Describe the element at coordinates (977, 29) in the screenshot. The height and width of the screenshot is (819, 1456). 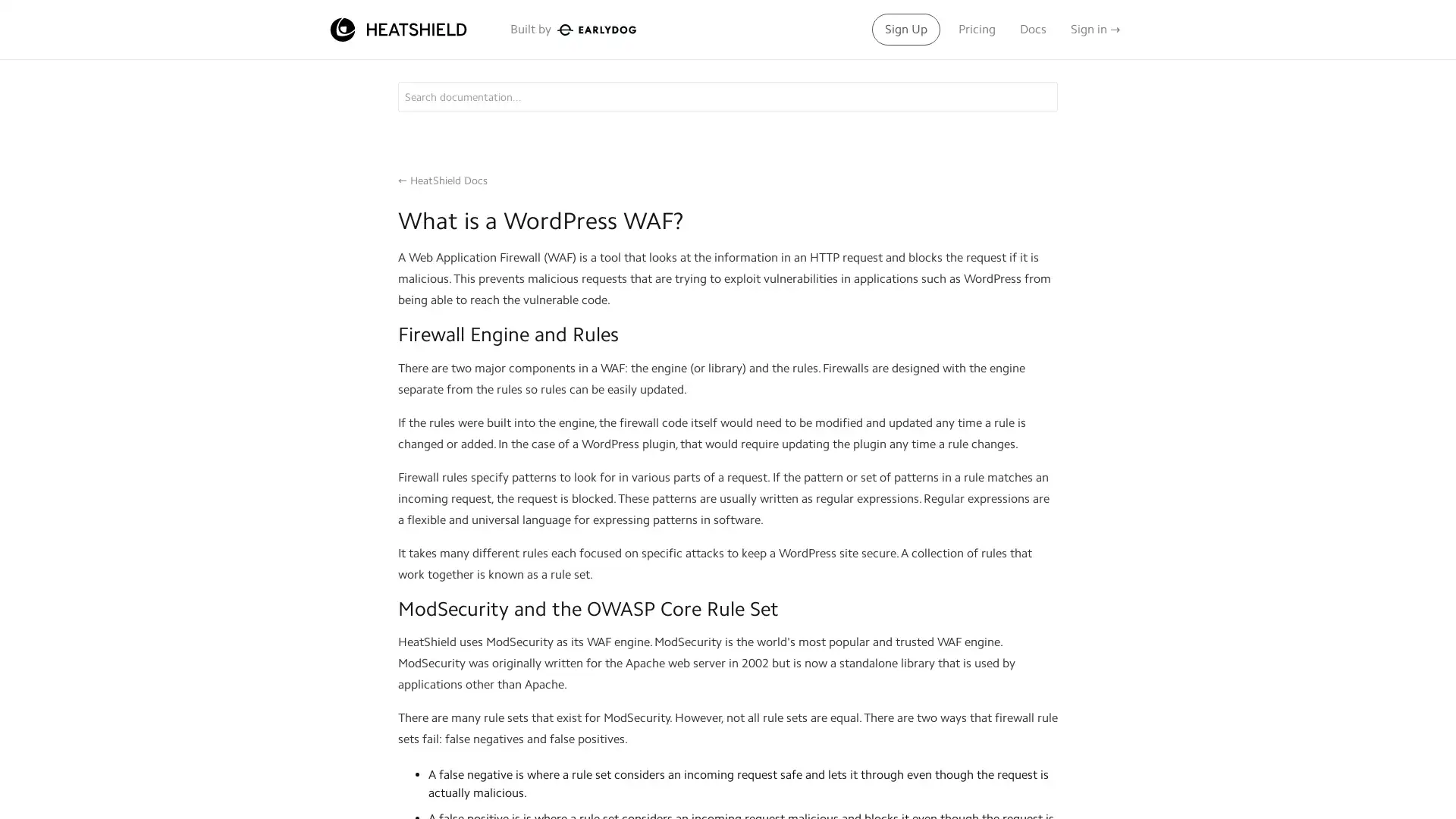
I see `Pricing` at that location.